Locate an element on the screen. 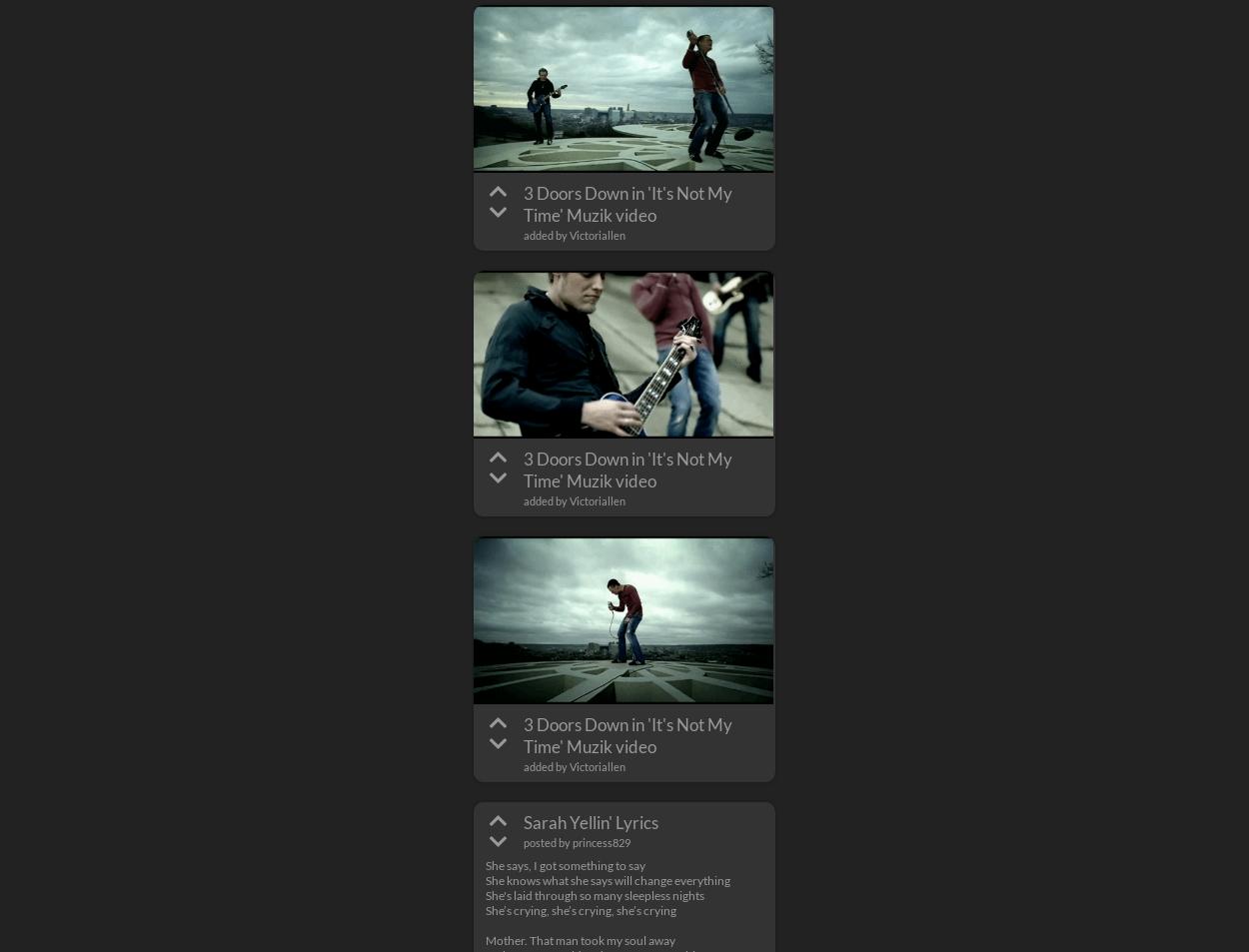 The width and height of the screenshot is (1249, 952). 'Mother. That man took my soul away' is located at coordinates (485, 940).